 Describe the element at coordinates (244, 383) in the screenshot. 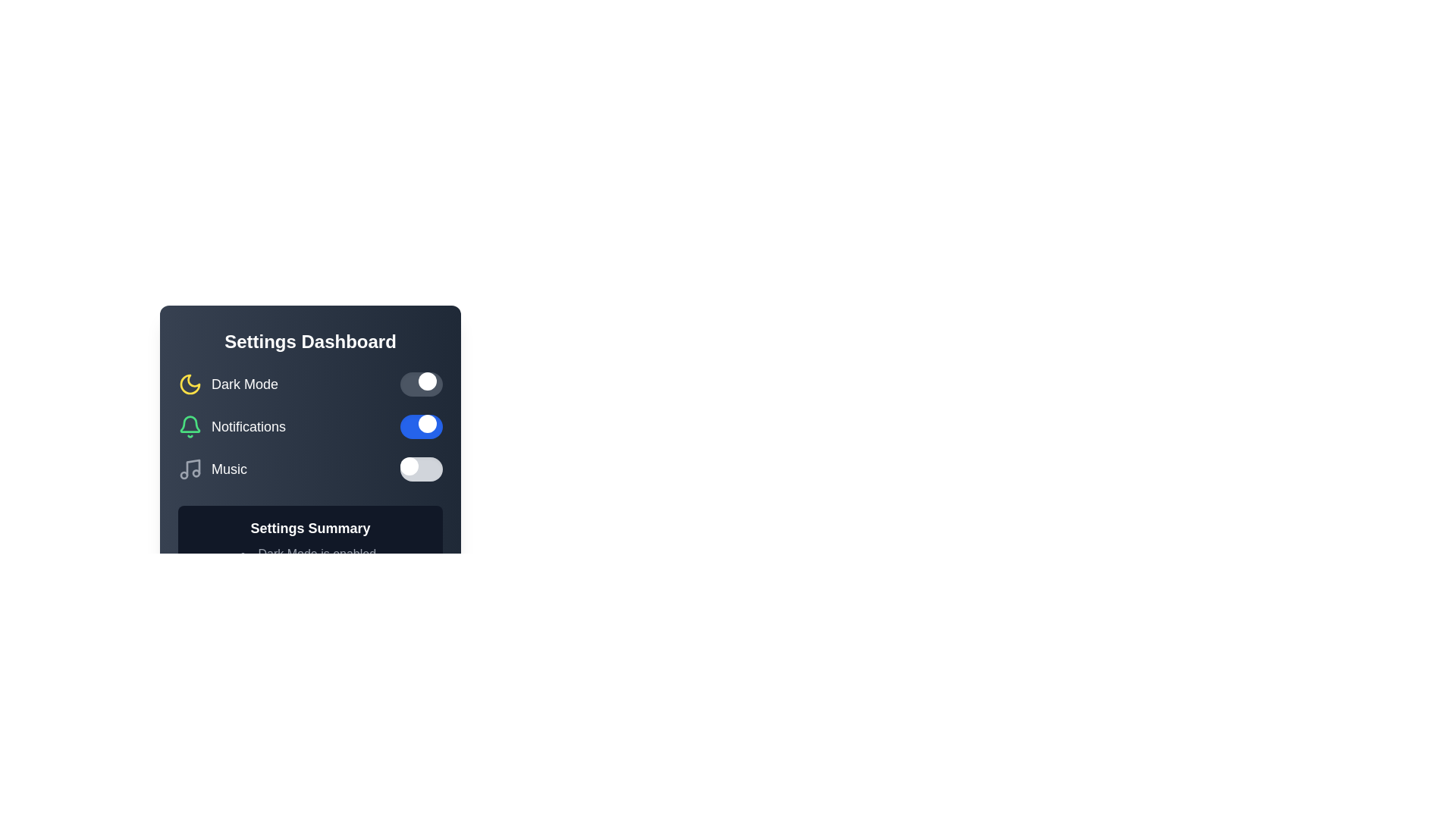

I see `the 'Dark Mode' text label, which is styled in a larger font and appears in white on a dark background, located next to a moon-shaped icon in the settings dashboard` at that location.